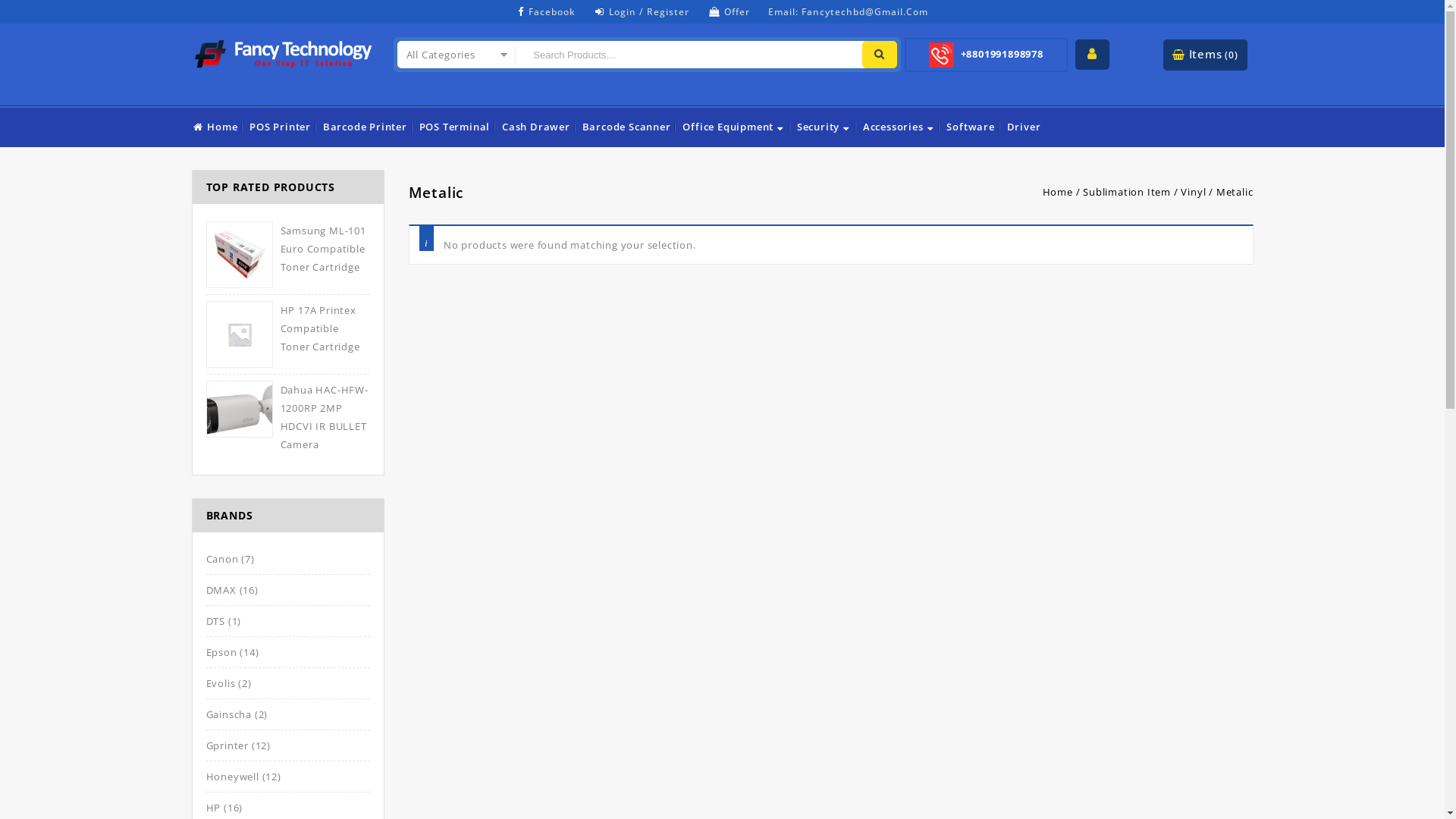 This screenshot has height=819, width=1456. Describe the element at coordinates (626, 125) in the screenshot. I see `'Barcode Scanner'` at that location.